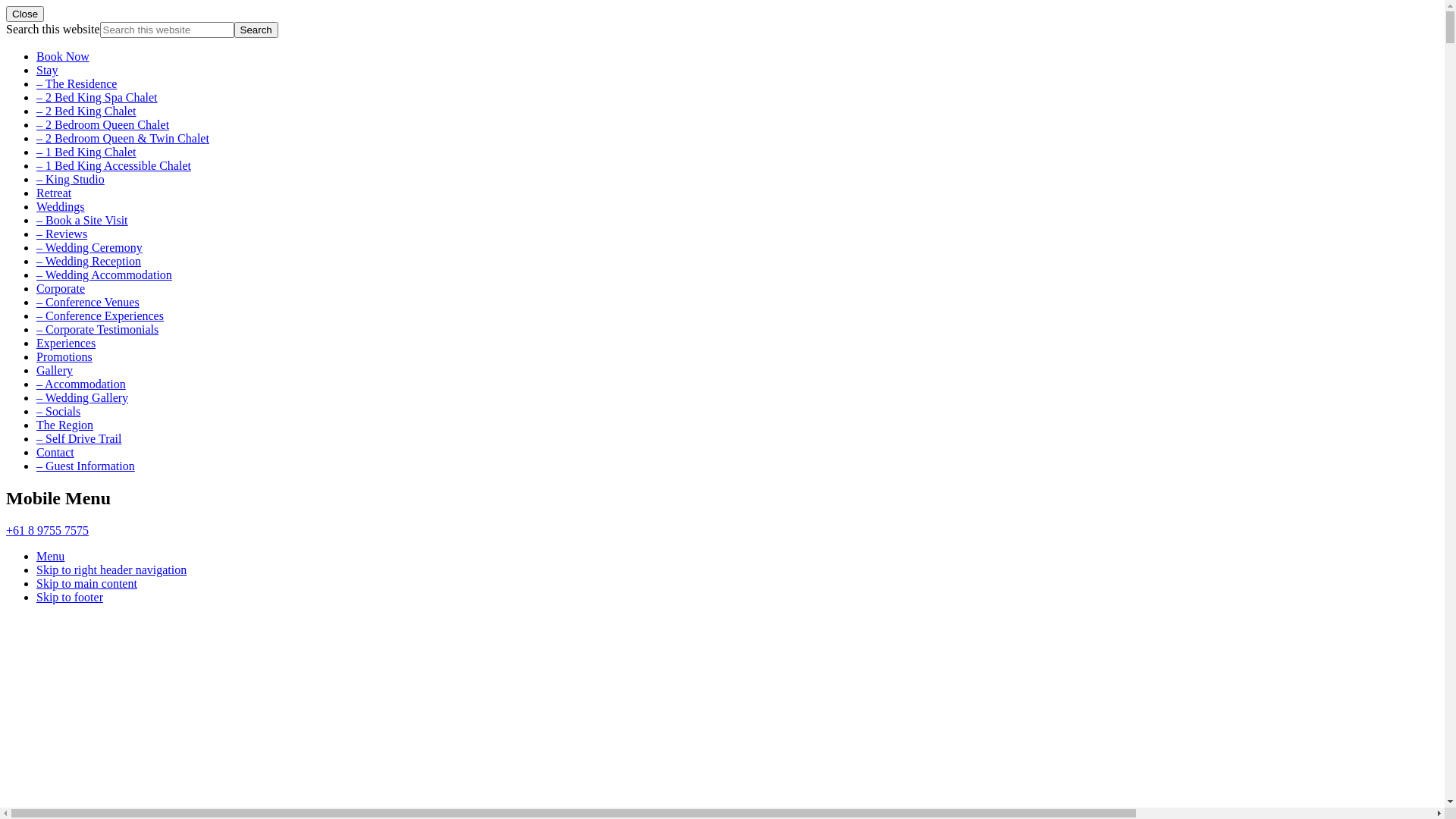 This screenshot has width=1456, height=819. I want to click on 'Skip to right header navigation', so click(111, 570).